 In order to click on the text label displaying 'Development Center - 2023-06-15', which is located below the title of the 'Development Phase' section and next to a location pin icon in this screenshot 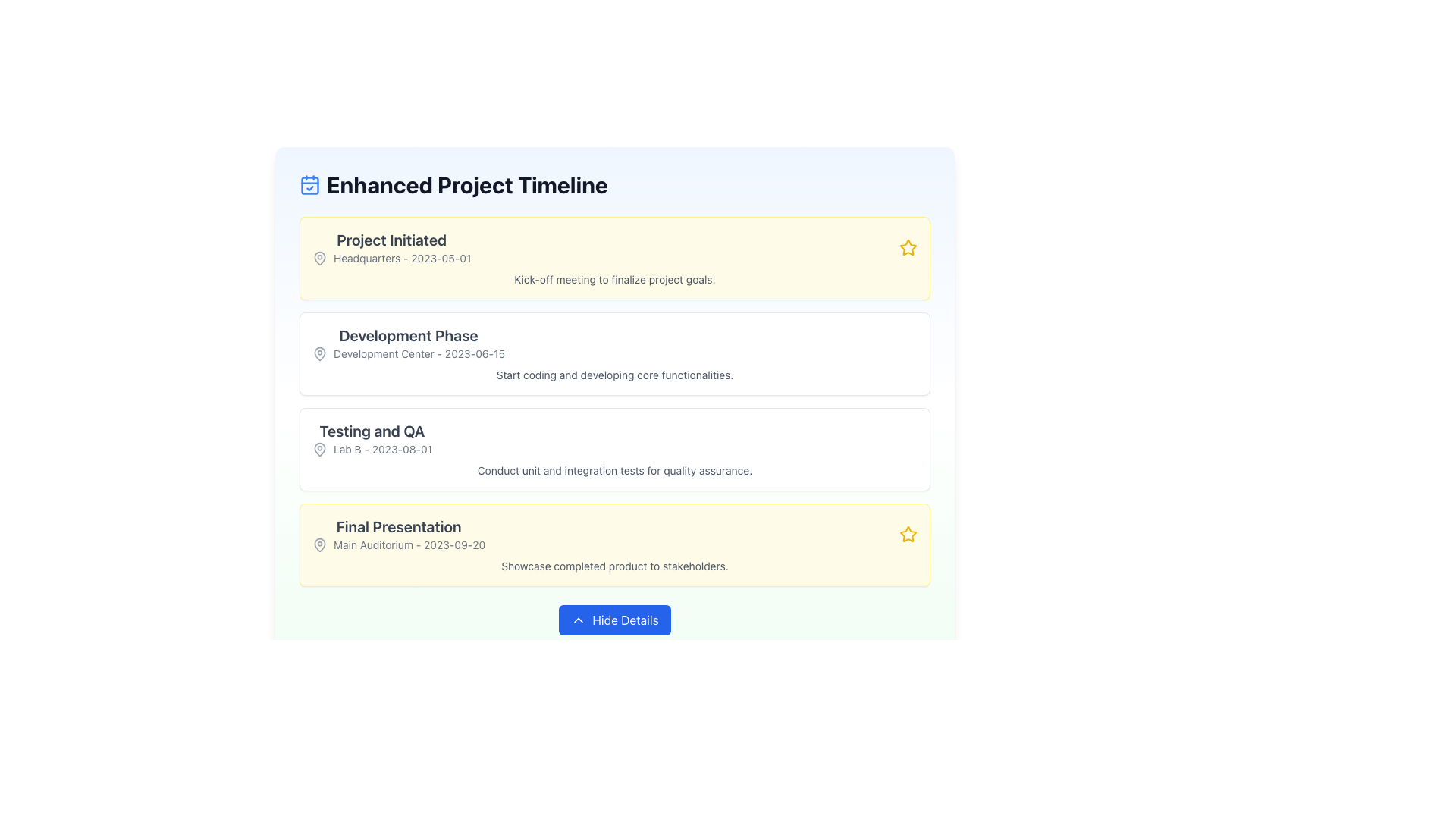, I will do `click(408, 353)`.